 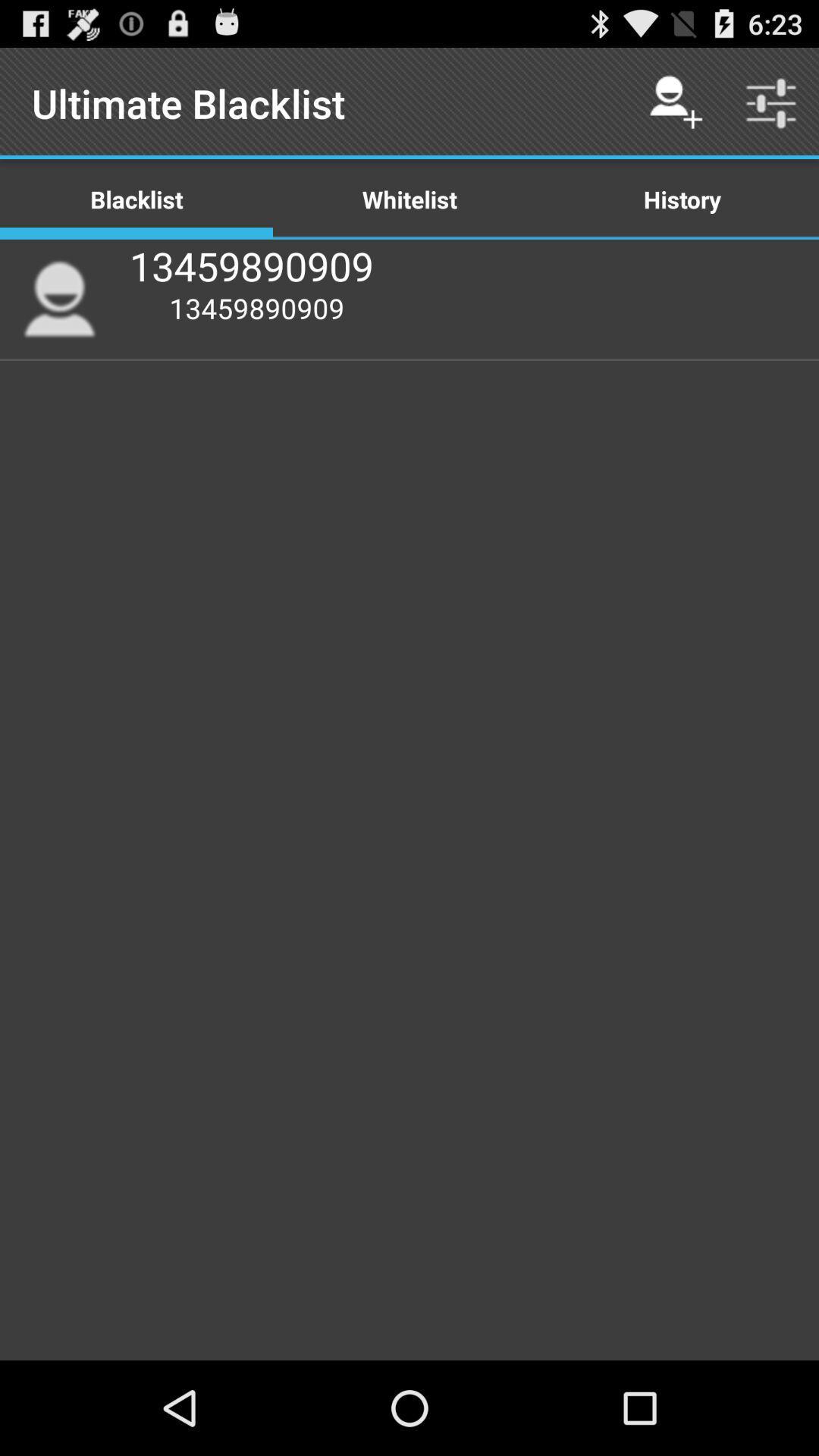 What do you see at coordinates (409, 198) in the screenshot?
I see `icon to the left of the history icon` at bounding box center [409, 198].